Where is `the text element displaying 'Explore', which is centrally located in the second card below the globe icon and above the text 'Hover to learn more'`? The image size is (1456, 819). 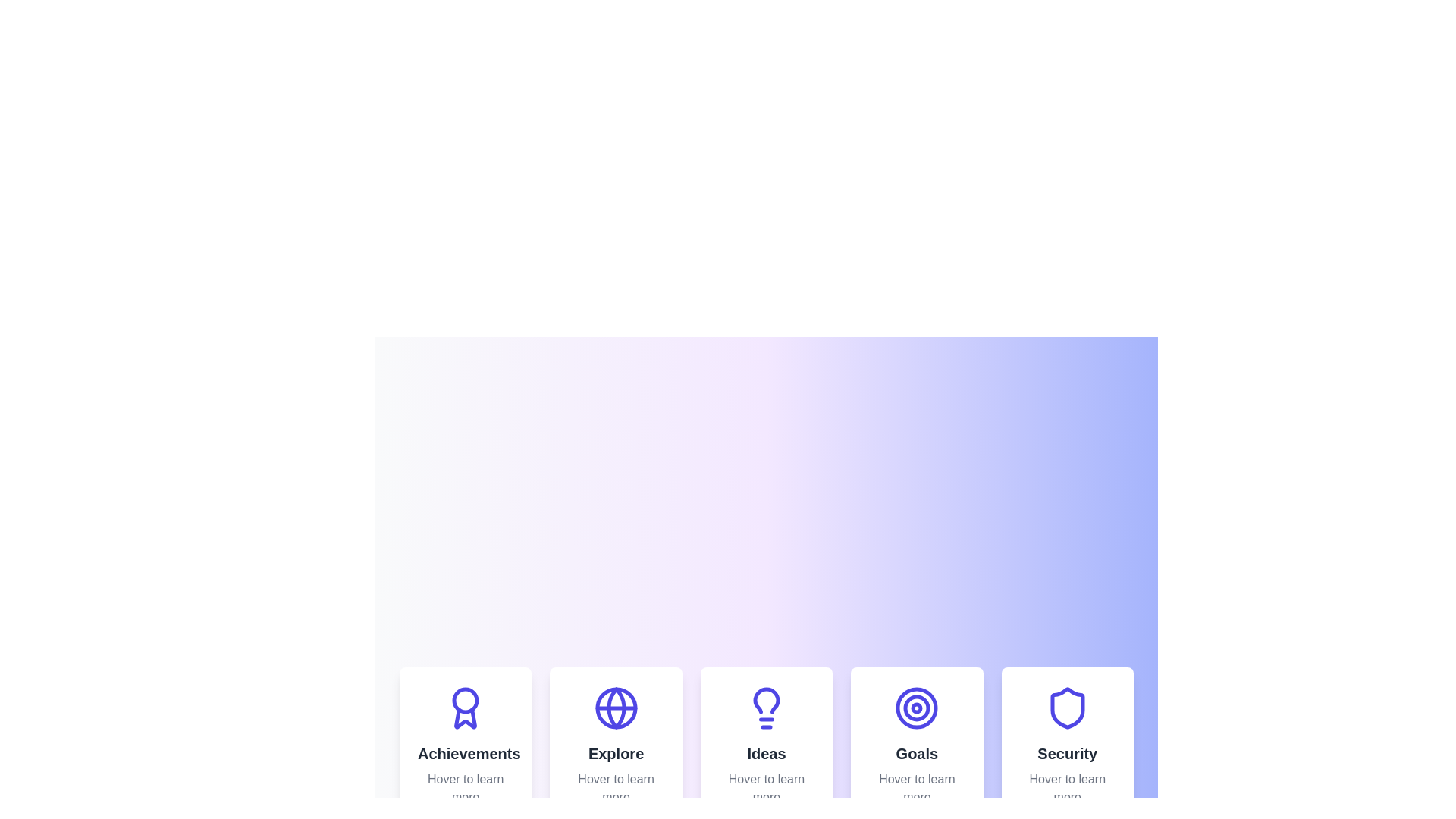 the text element displaying 'Explore', which is centrally located in the second card below the globe icon and above the text 'Hover to learn more' is located at coordinates (616, 754).